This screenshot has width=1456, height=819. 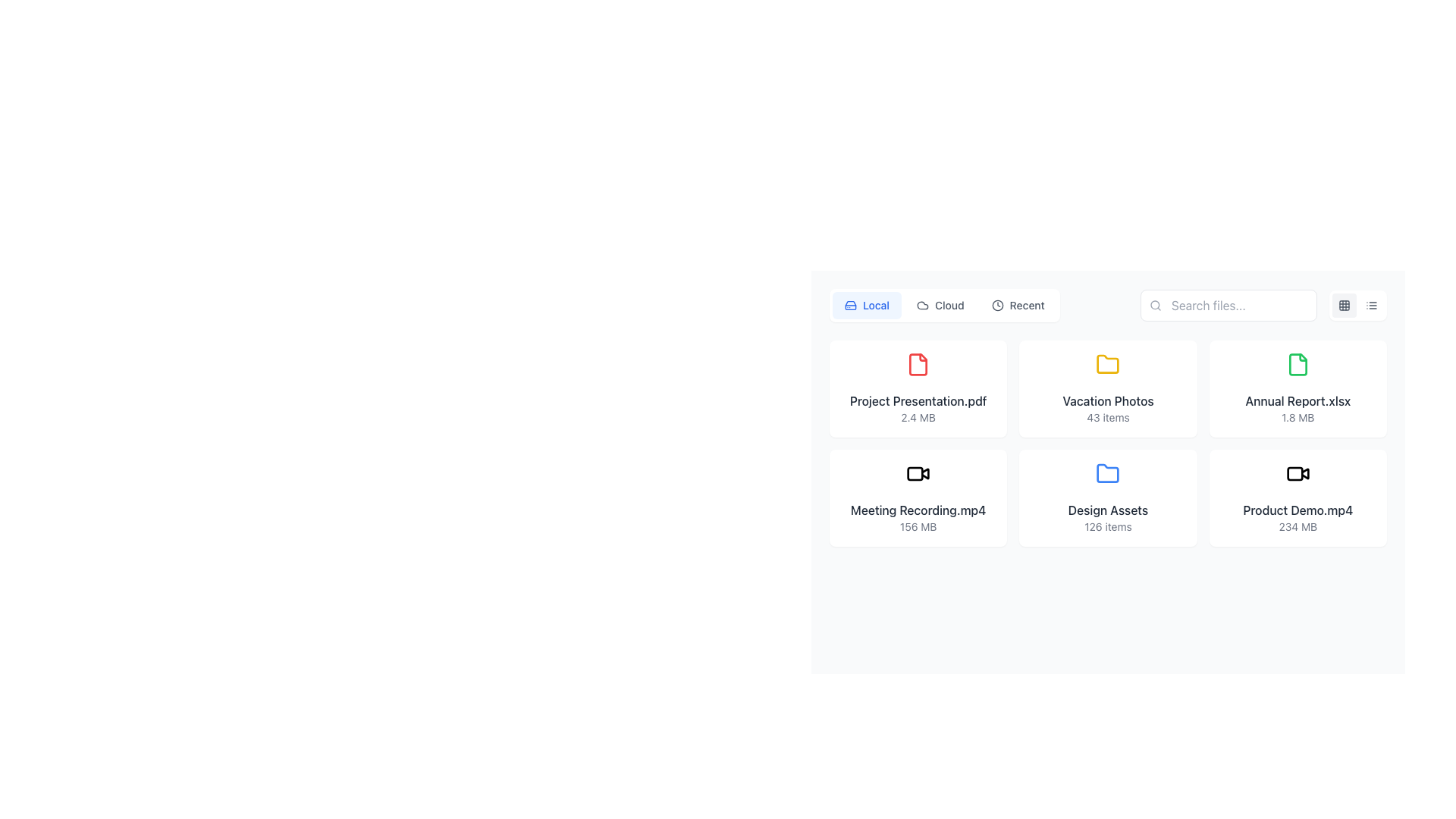 What do you see at coordinates (1228, 305) in the screenshot?
I see `the search input field with a magnifying glass icon and placeholder text 'Search files...'` at bounding box center [1228, 305].